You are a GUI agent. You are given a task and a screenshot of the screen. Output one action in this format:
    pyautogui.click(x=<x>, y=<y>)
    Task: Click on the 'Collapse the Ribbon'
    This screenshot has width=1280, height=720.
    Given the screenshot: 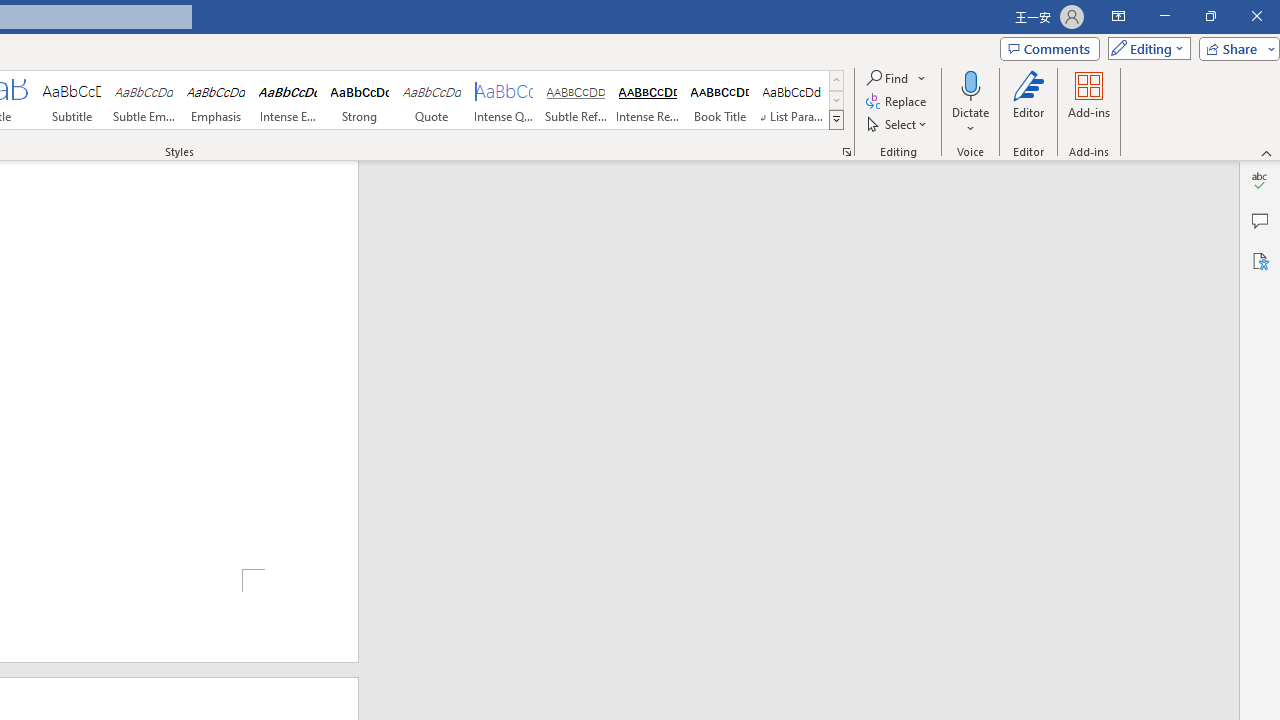 What is the action you would take?
    pyautogui.click(x=1266, y=152)
    